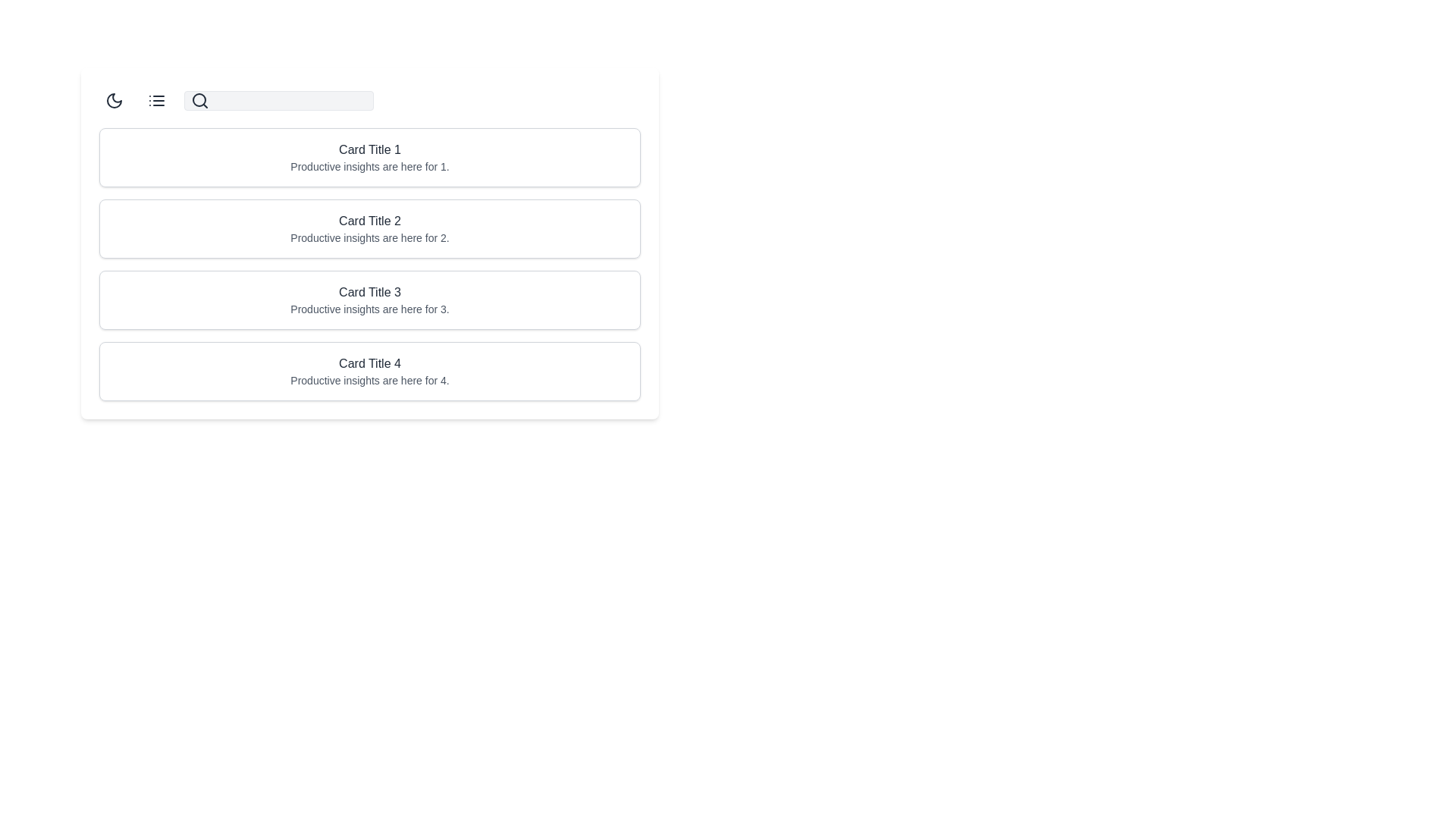 The image size is (1456, 819). What do you see at coordinates (156, 100) in the screenshot?
I see `the menu button located in the upper left section of the interface, positioned between the moon icon and the search bar` at bounding box center [156, 100].